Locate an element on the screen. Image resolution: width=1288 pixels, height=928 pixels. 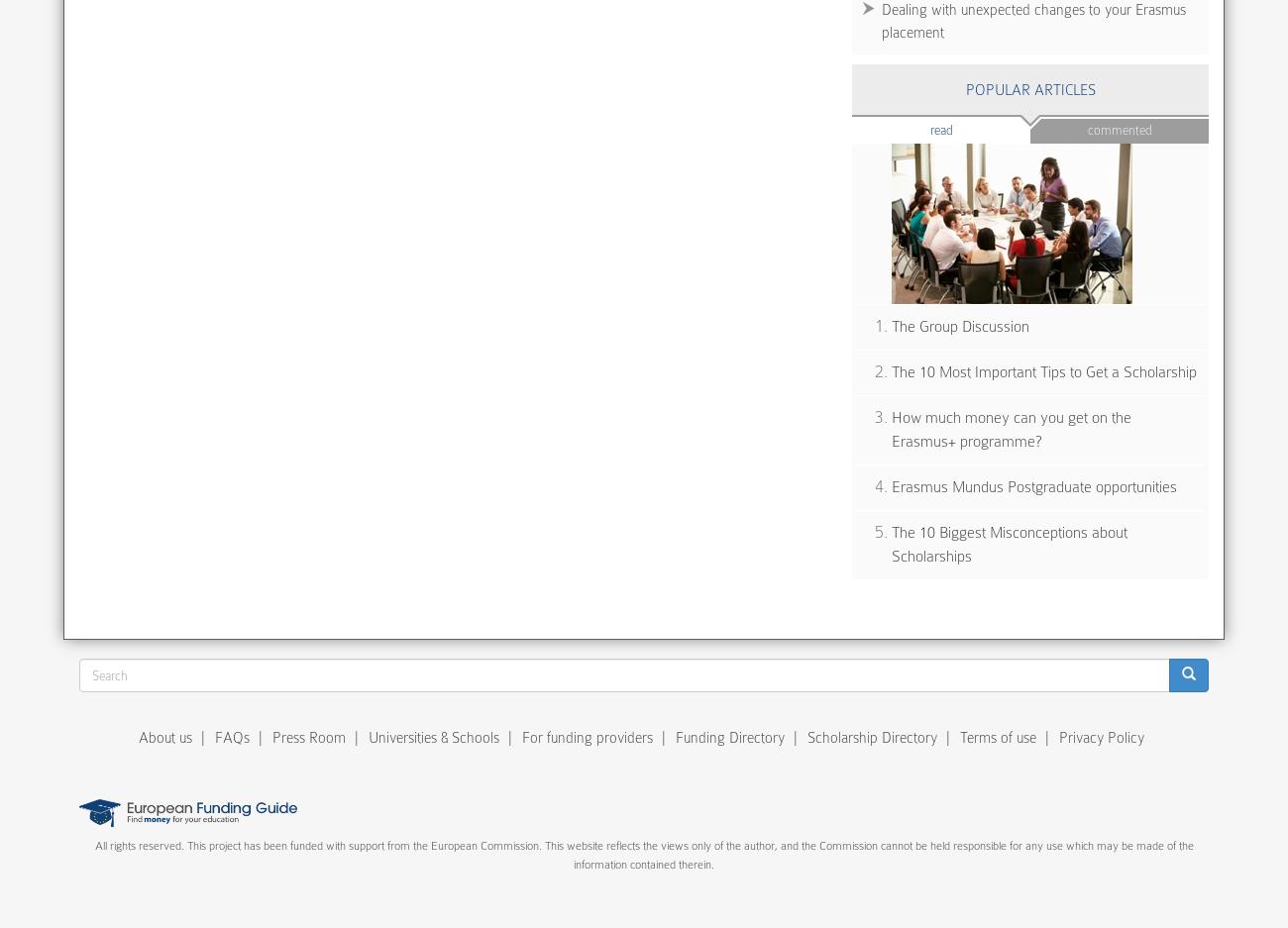
'Funding Directory' is located at coordinates (729, 737).